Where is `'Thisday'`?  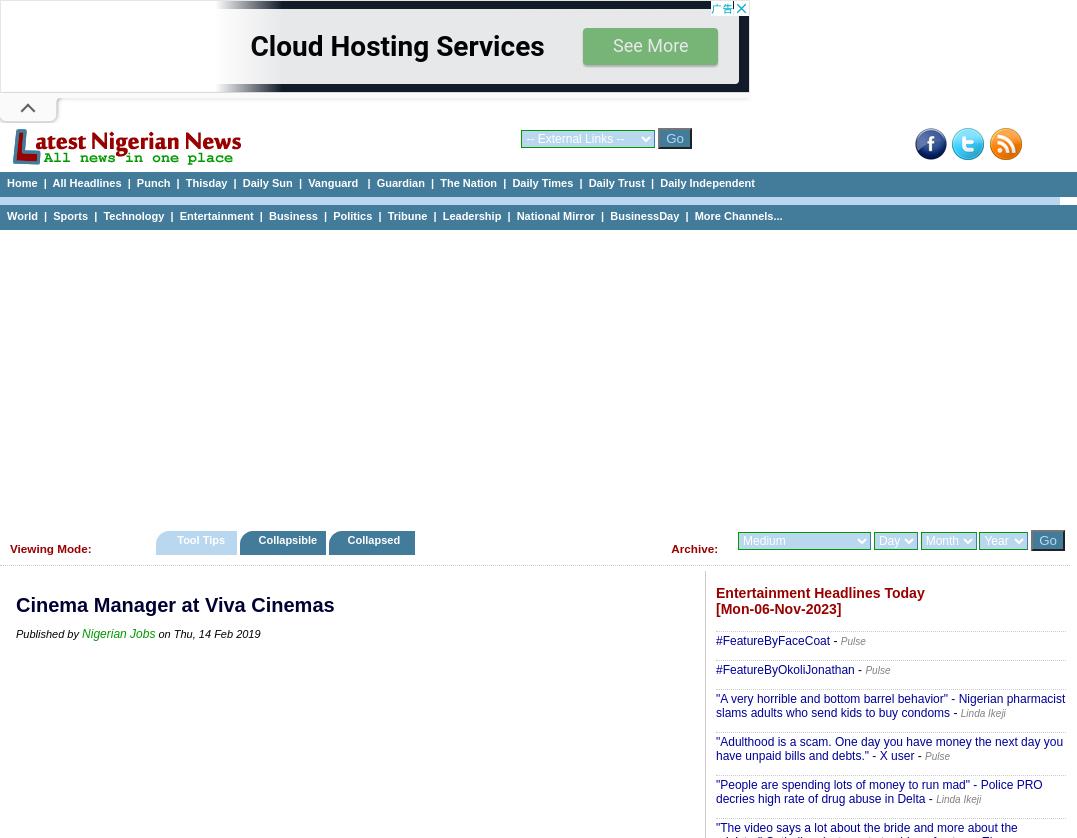 'Thisday' is located at coordinates (205, 183).